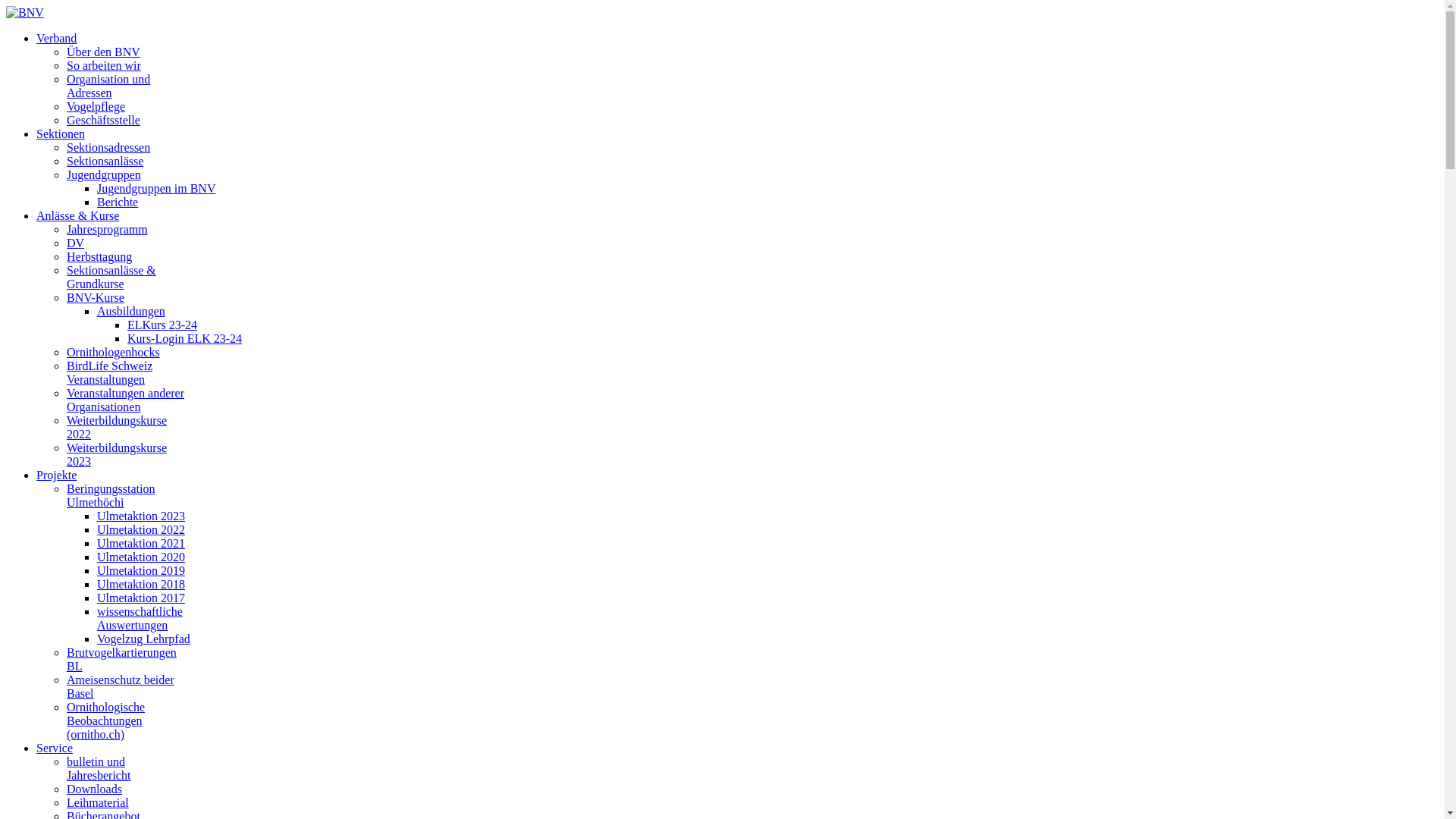 The width and height of the screenshot is (1456, 819). What do you see at coordinates (141, 542) in the screenshot?
I see `'Ulmetaktion 2021'` at bounding box center [141, 542].